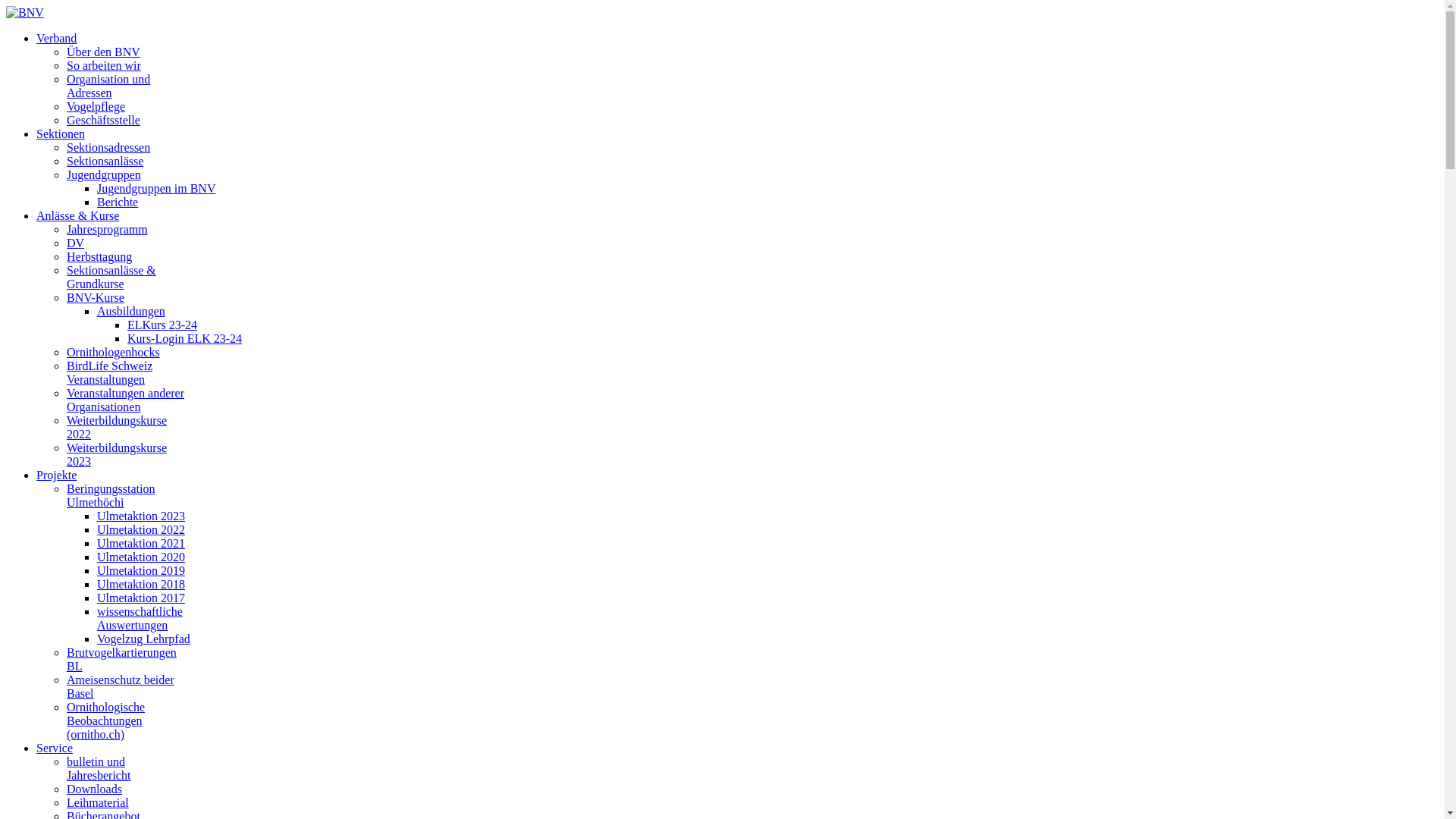 The width and height of the screenshot is (1456, 819). What do you see at coordinates (141, 542) in the screenshot?
I see `'Ulmetaktion 2021'` at bounding box center [141, 542].